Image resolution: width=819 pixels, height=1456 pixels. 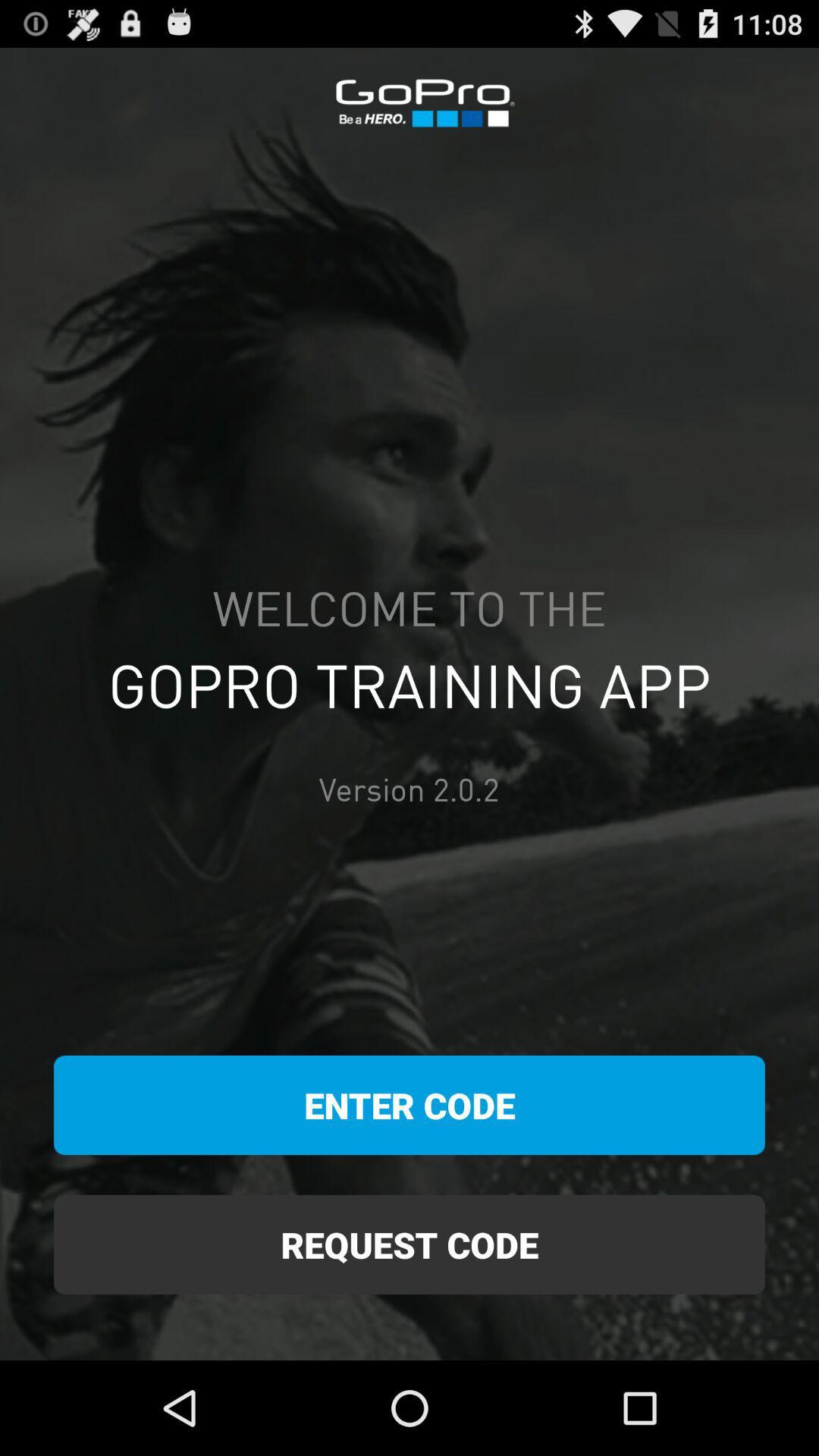 I want to click on the icon below version 2 0 item, so click(x=409, y=1105).